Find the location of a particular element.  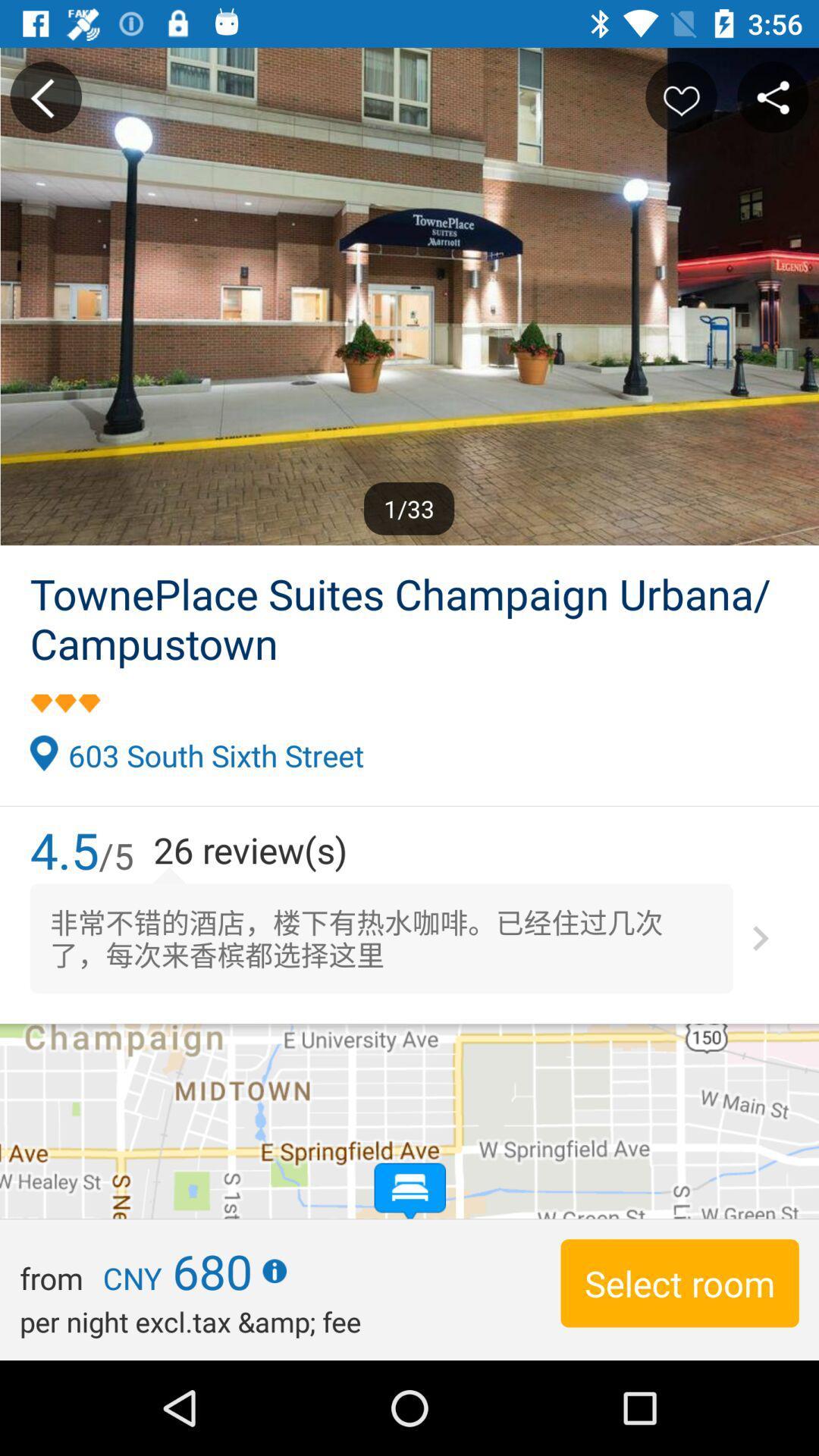

the share icon is located at coordinates (773, 96).